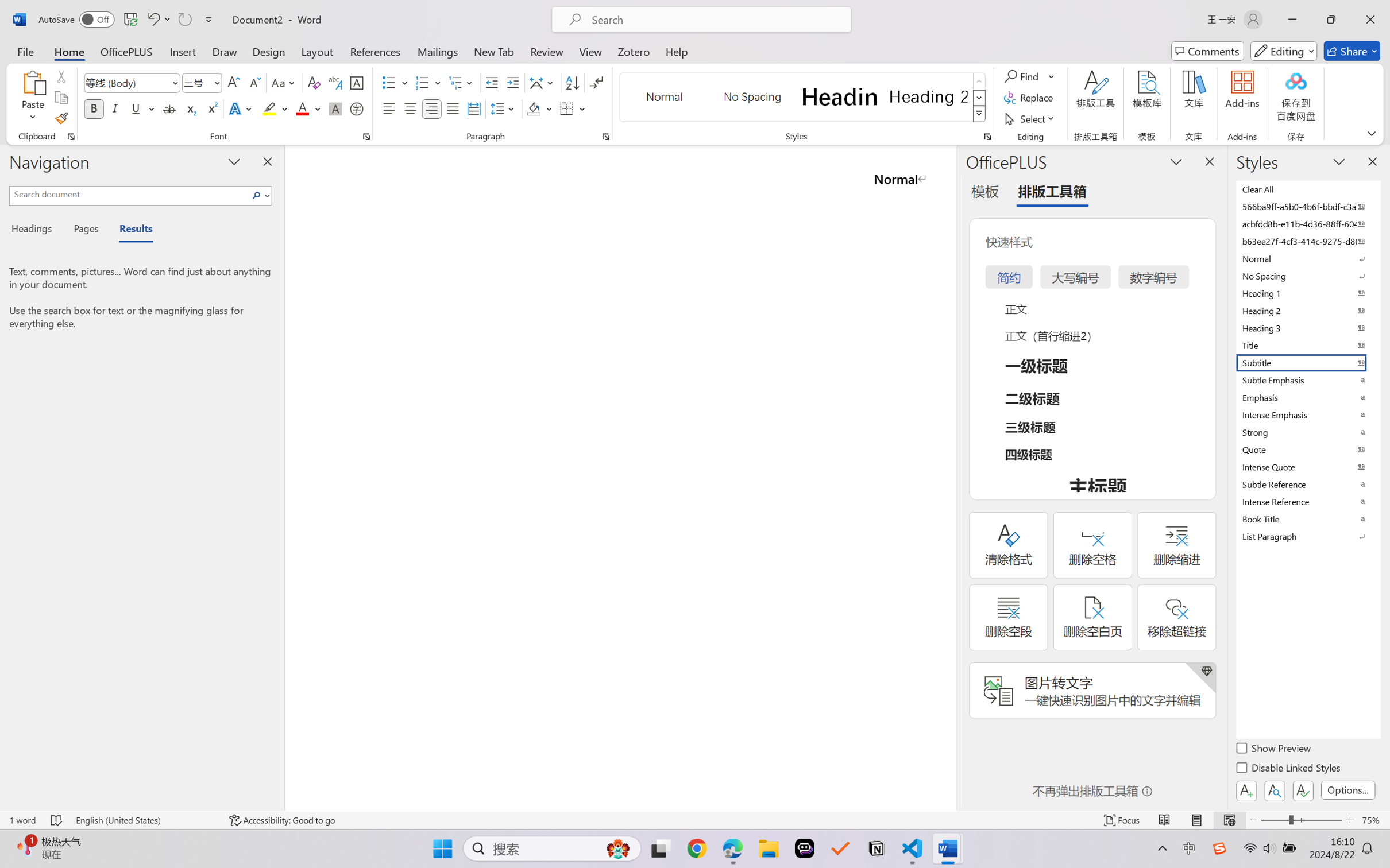 The height and width of the screenshot is (868, 1390). I want to click on 'Zoom', so click(1302, 820).